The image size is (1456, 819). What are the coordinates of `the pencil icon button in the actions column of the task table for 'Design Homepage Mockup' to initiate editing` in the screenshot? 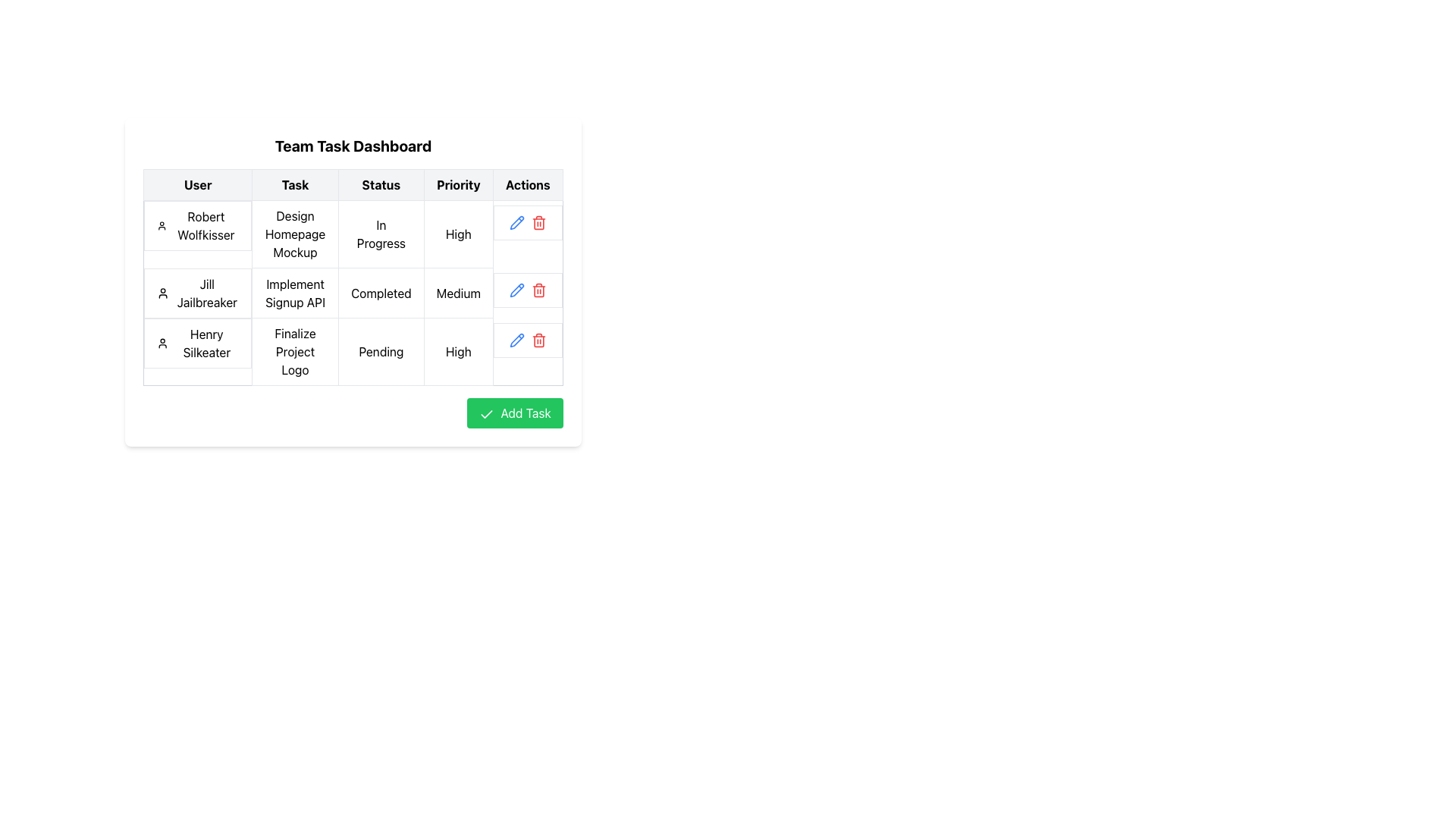 It's located at (517, 339).